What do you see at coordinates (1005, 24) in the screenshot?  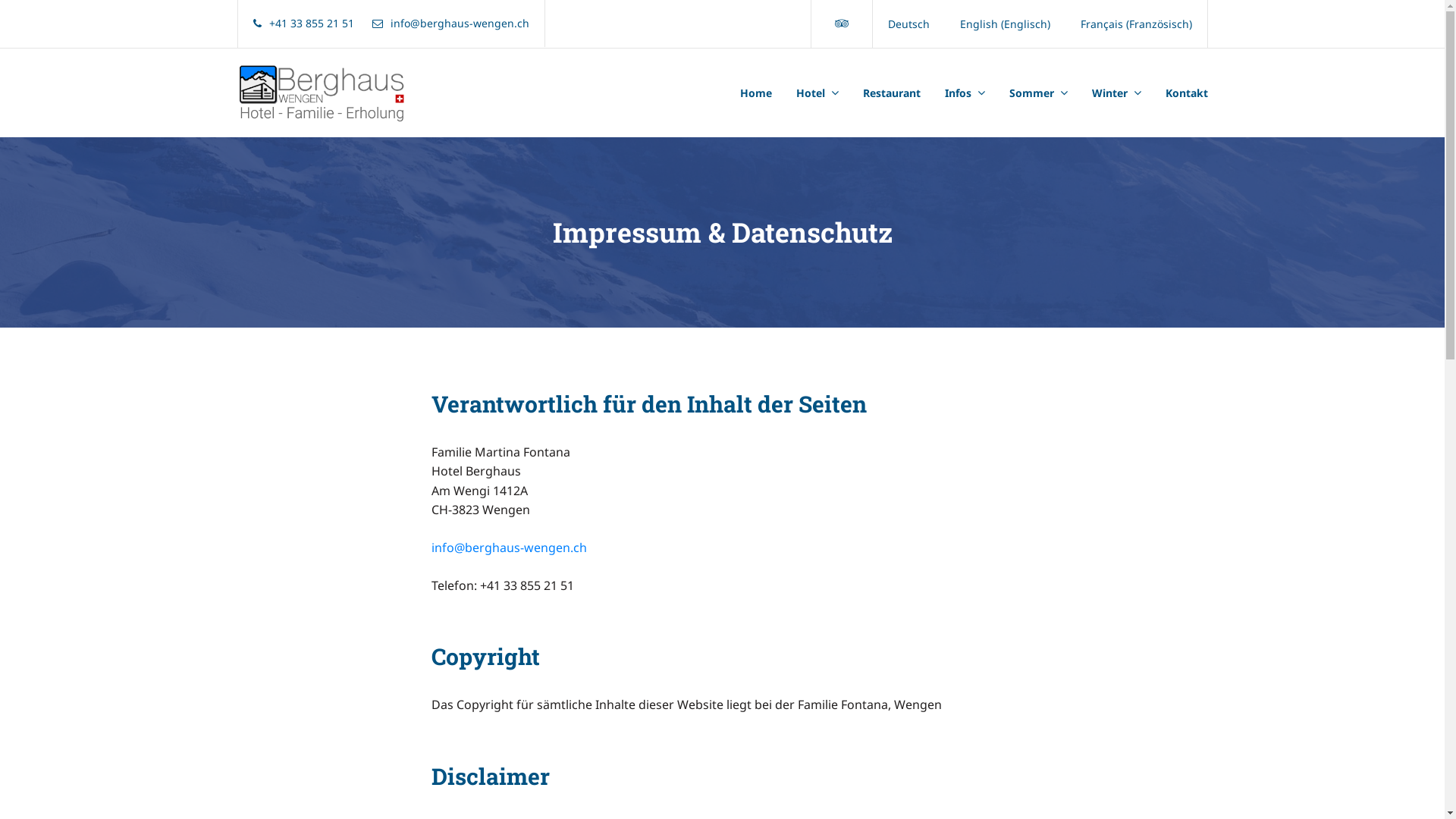 I see `'English (Englisch)'` at bounding box center [1005, 24].